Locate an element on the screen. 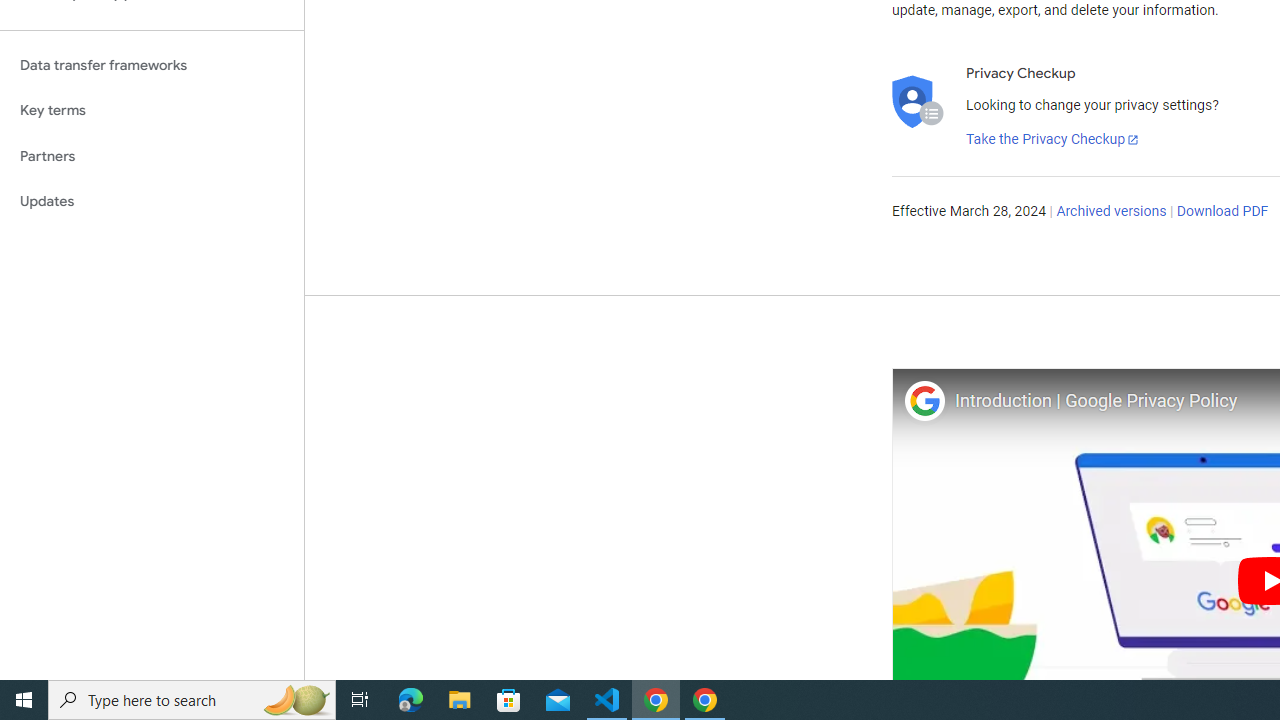 The width and height of the screenshot is (1280, 720). 'Archived versions' is located at coordinates (1110, 212).